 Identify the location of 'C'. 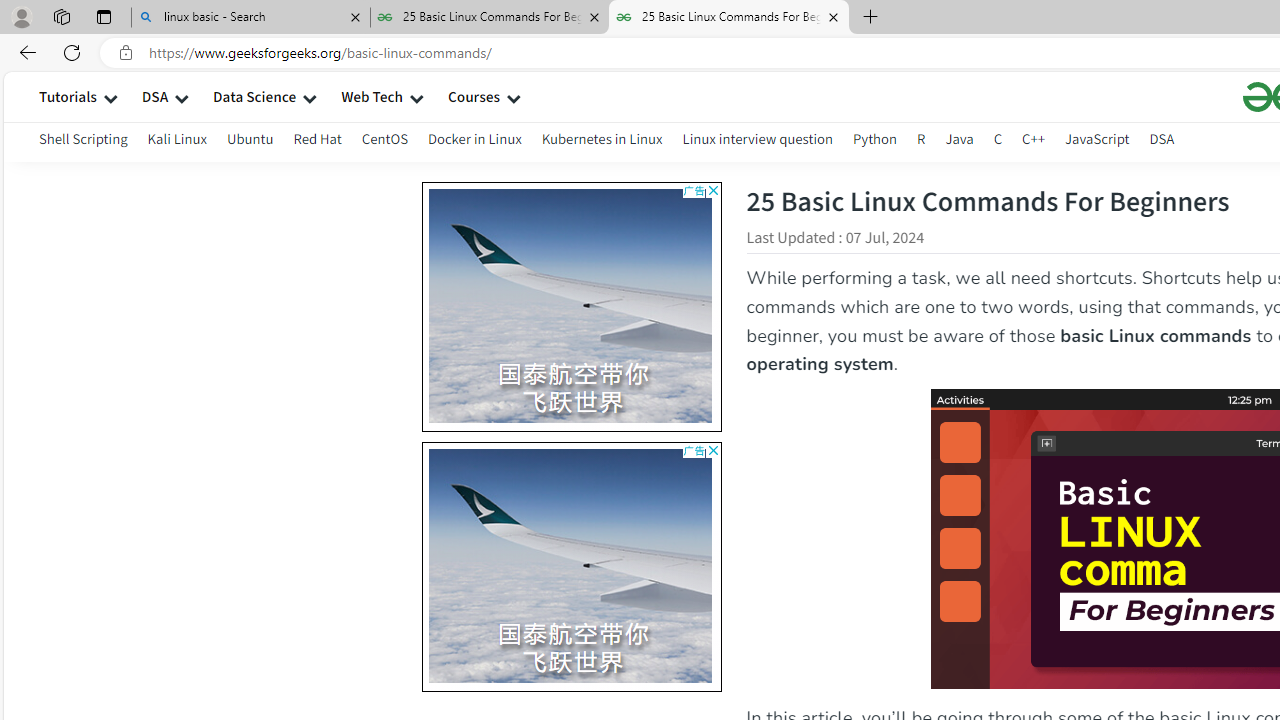
(997, 138).